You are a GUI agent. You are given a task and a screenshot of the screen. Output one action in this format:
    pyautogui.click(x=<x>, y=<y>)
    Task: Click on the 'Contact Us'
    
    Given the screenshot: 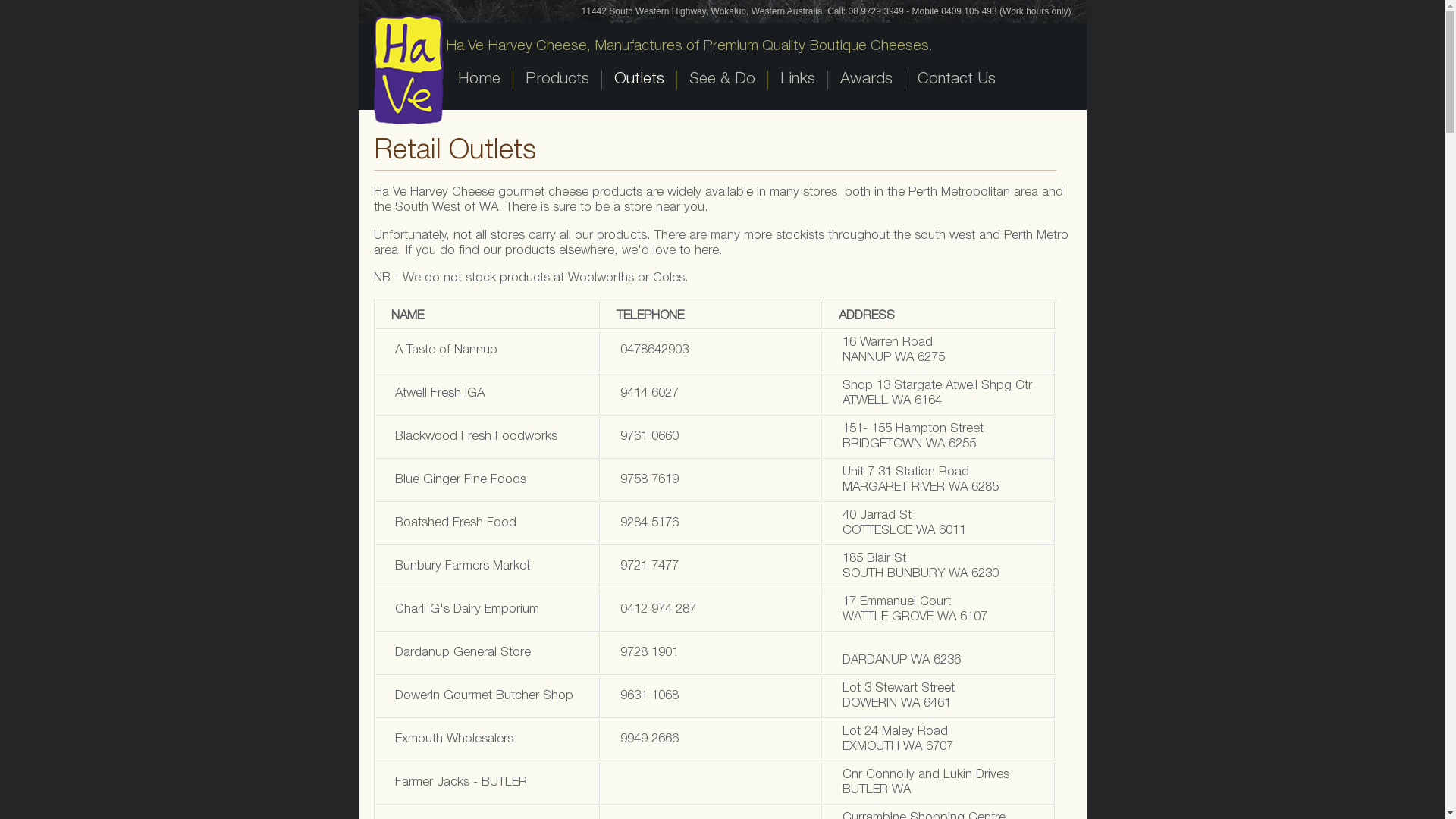 What is the action you would take?
    pyautogui.click(x=954, y=80)
    